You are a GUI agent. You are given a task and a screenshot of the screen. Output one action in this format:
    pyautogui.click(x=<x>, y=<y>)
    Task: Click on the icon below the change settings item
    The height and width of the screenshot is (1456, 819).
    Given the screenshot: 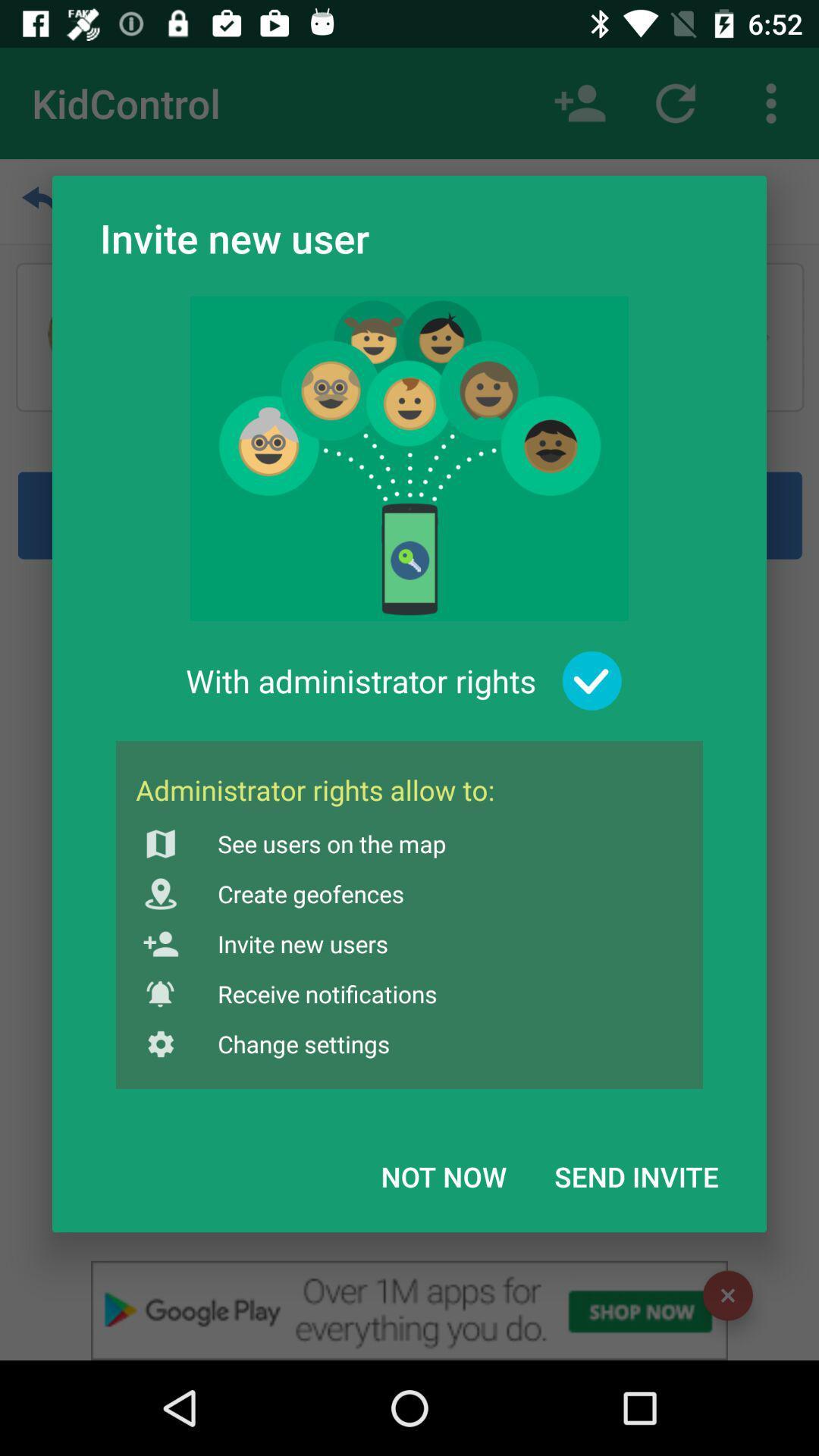 What is the action you would take?
    pyautogui.click(x=444, y=1175)
    